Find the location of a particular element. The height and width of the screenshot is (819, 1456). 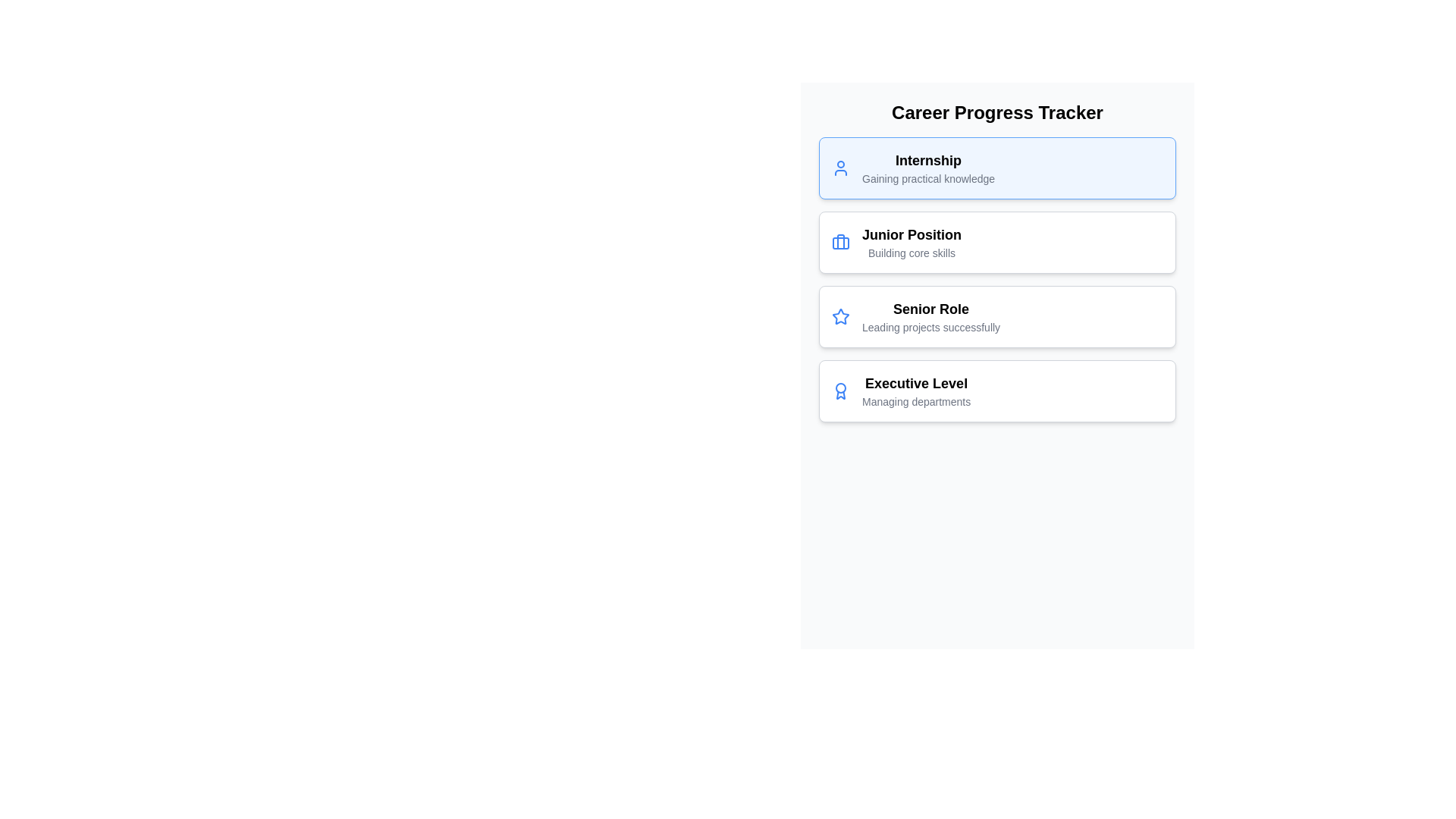

the descriptive text element positioned below the main title 'Senior Role' in the Career Progress Tracker interface is located at coordinates (930, 327).